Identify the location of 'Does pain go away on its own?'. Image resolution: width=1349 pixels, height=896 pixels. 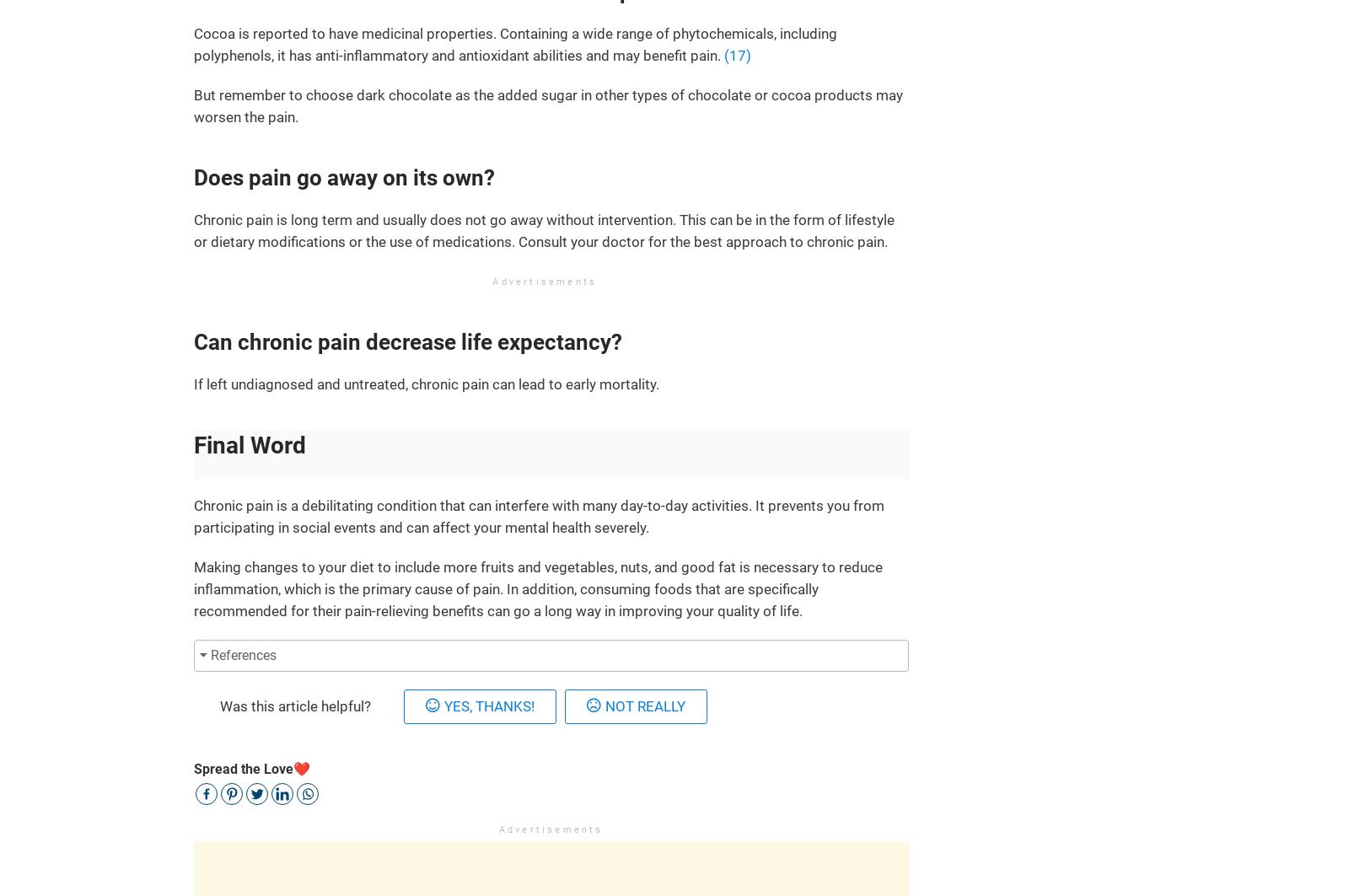
(343, 177).